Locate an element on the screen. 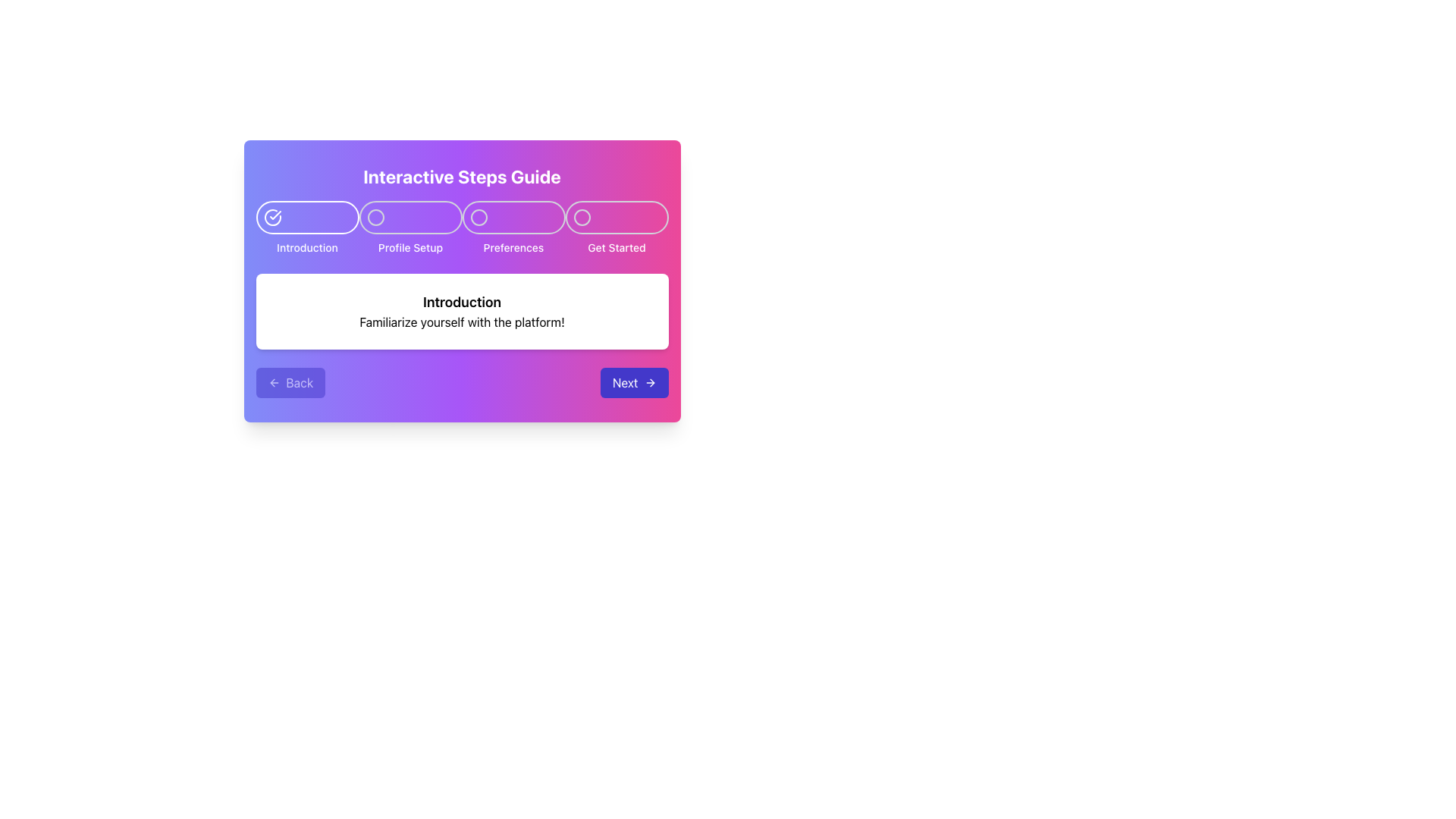  the inner circle of the 'Profile Setup' step in the horizontal step progression interface, which is the second circle from the left is located at coordinates (375, 217).